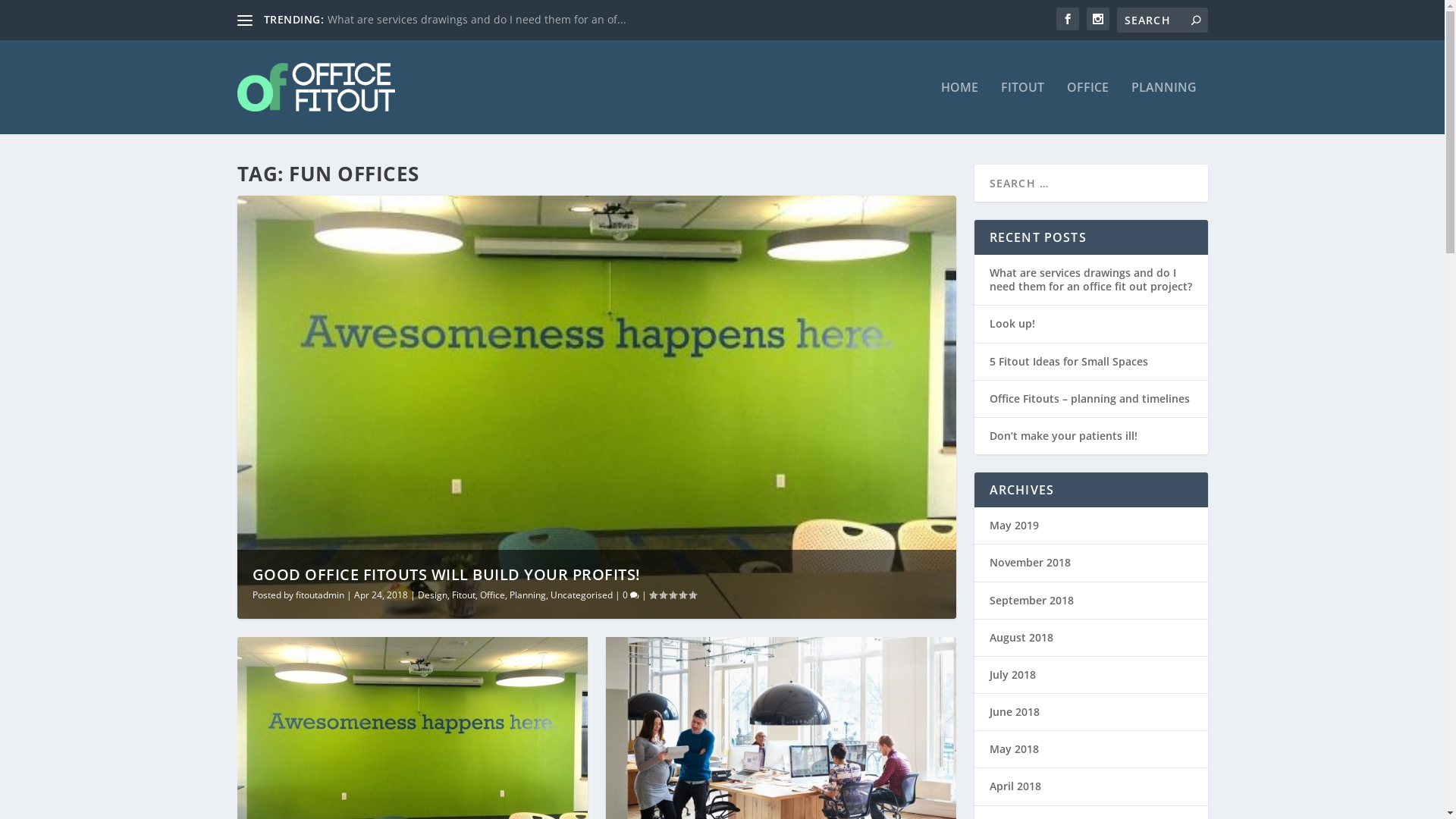 This screenshot has height=819, width=1456. What do you see at coordinates (431, 594) in the screenshot?
I see `'Design'` at bounding box center [431, 594].